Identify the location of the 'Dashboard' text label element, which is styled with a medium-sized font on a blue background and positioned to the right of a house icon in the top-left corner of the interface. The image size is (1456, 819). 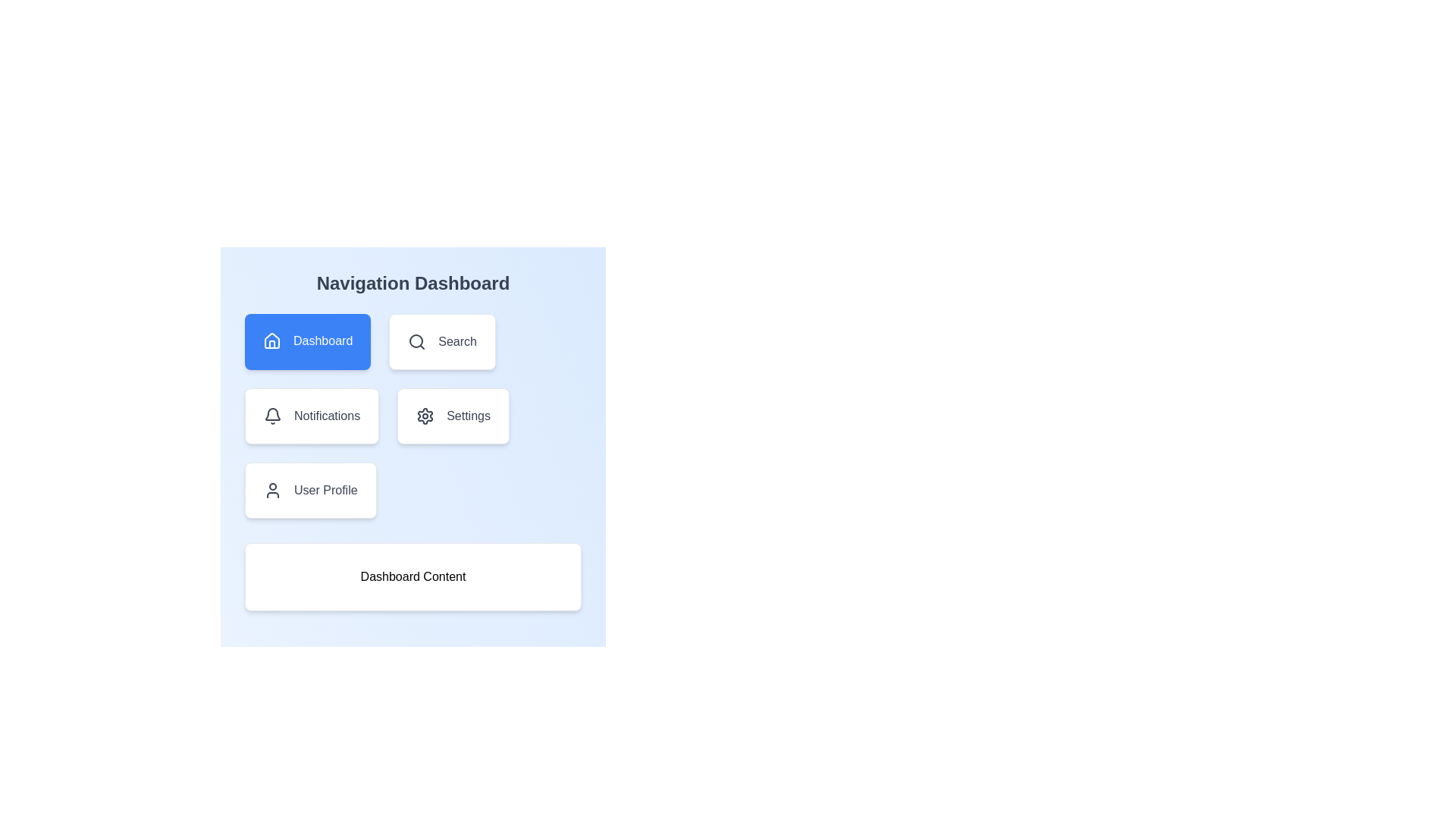
(322, 341).